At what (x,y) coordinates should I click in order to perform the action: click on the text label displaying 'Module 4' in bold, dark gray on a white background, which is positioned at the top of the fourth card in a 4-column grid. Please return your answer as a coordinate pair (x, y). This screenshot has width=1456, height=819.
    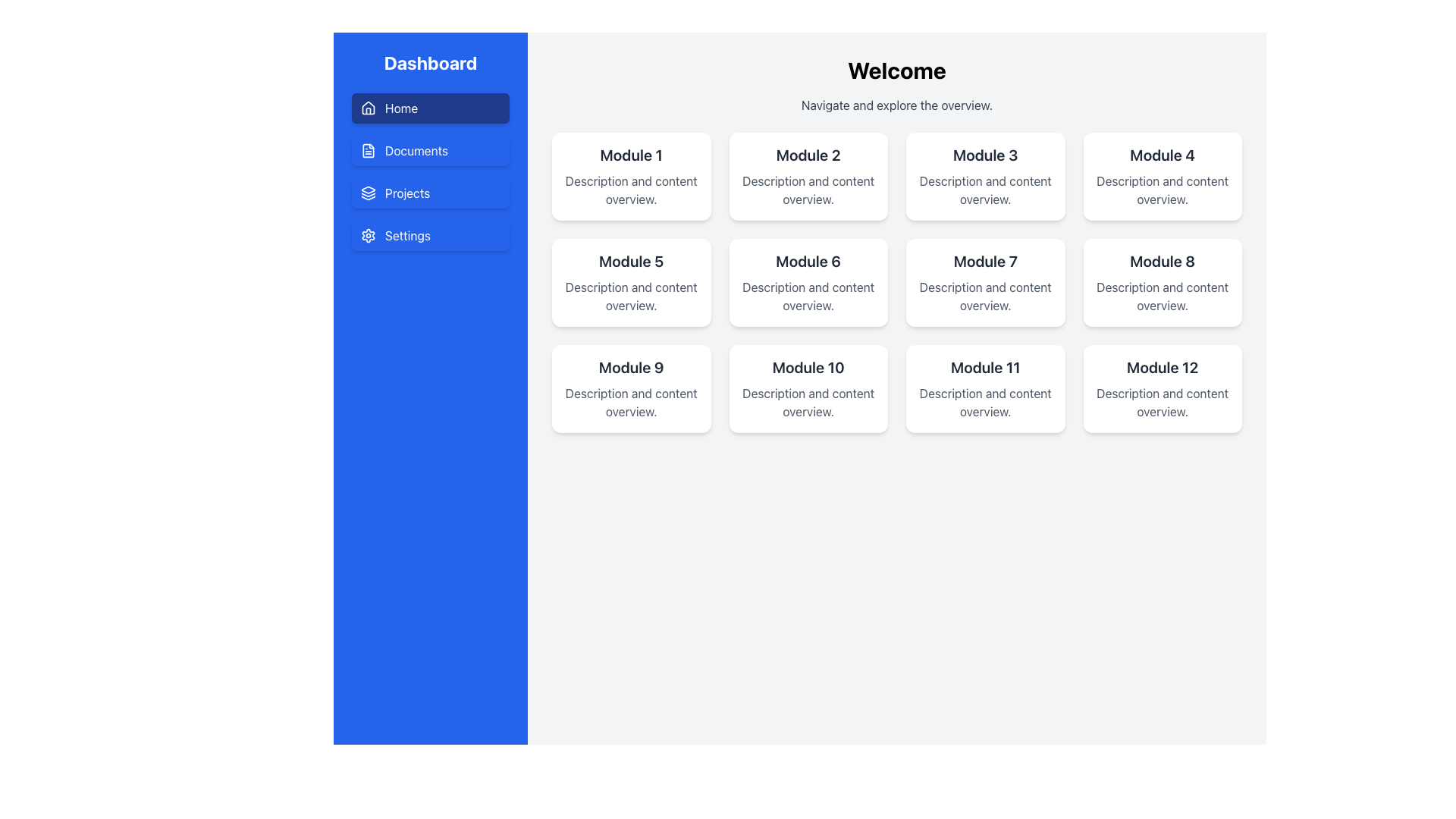
    Looking at the image, I should click on (1162, 155).